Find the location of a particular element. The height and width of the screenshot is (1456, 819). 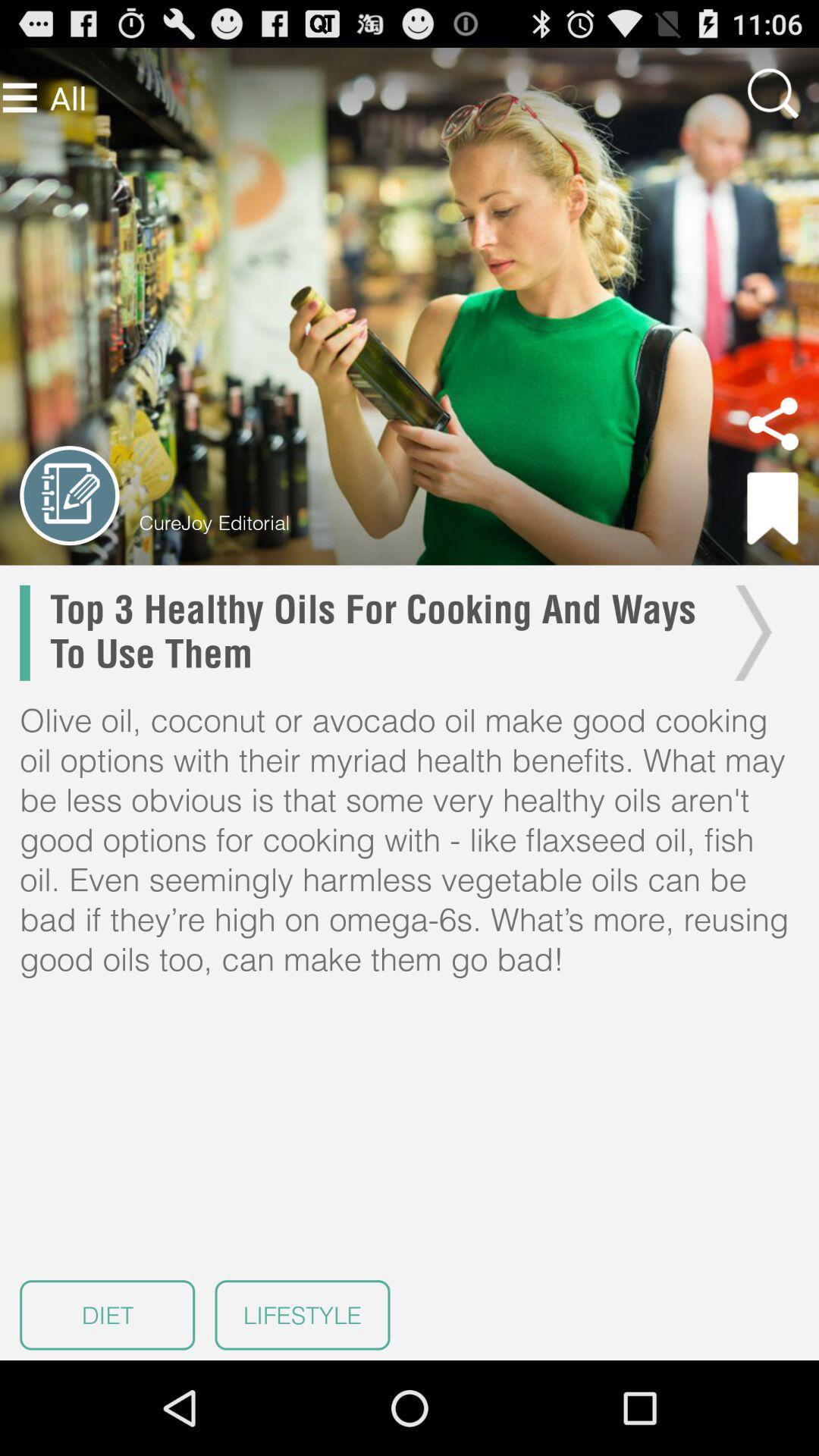

next is located at coordinates (748, 632).